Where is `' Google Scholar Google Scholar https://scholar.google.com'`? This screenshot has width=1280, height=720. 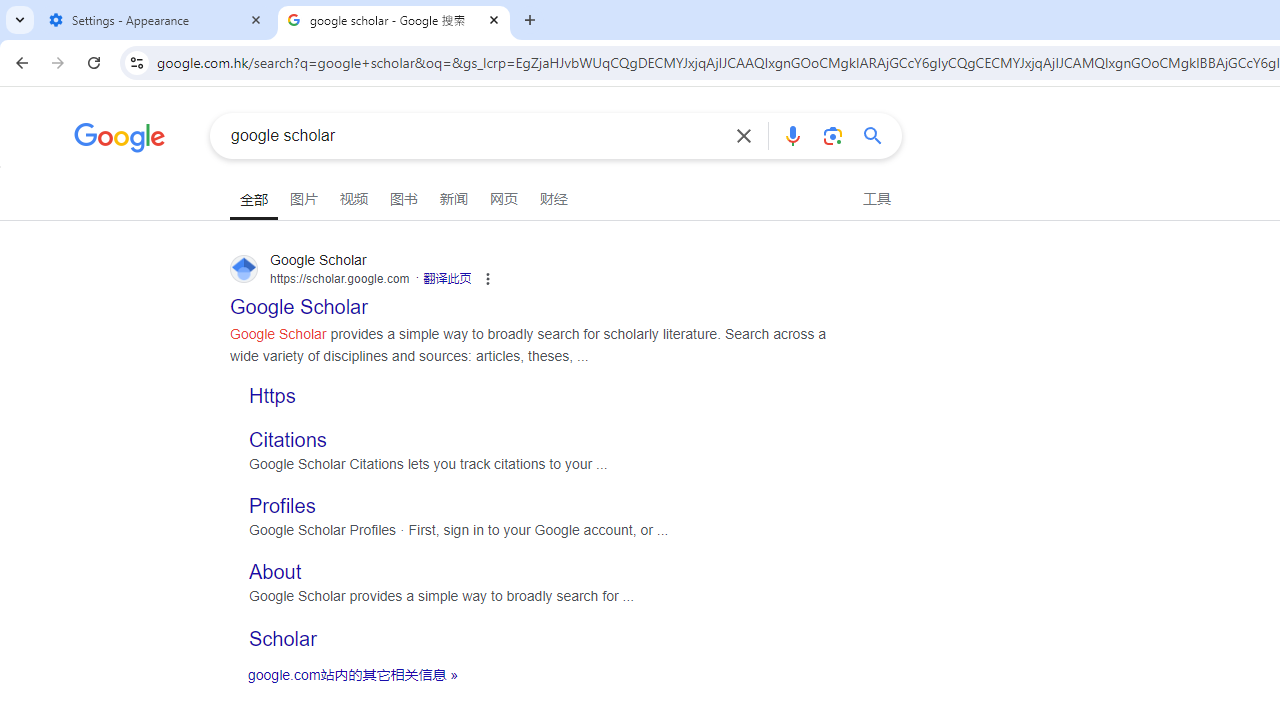
' Google Scholar Google Scholar https://scholar.google.com' is located at coordinates (298, 301).